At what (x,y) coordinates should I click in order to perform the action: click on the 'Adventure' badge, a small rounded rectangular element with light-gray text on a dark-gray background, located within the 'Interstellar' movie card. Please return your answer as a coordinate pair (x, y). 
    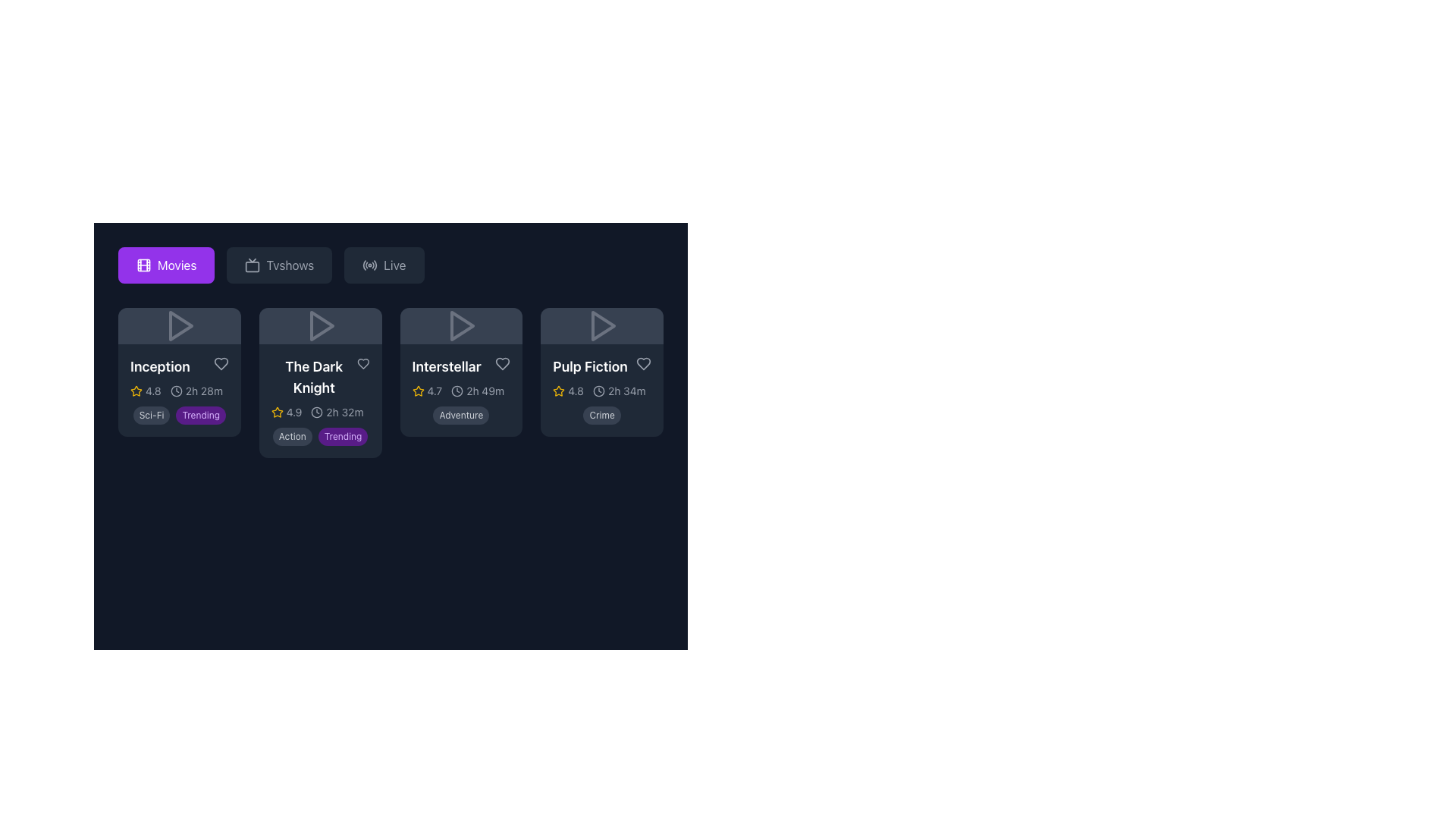
    Looking at the image, I should click on (460, 415).